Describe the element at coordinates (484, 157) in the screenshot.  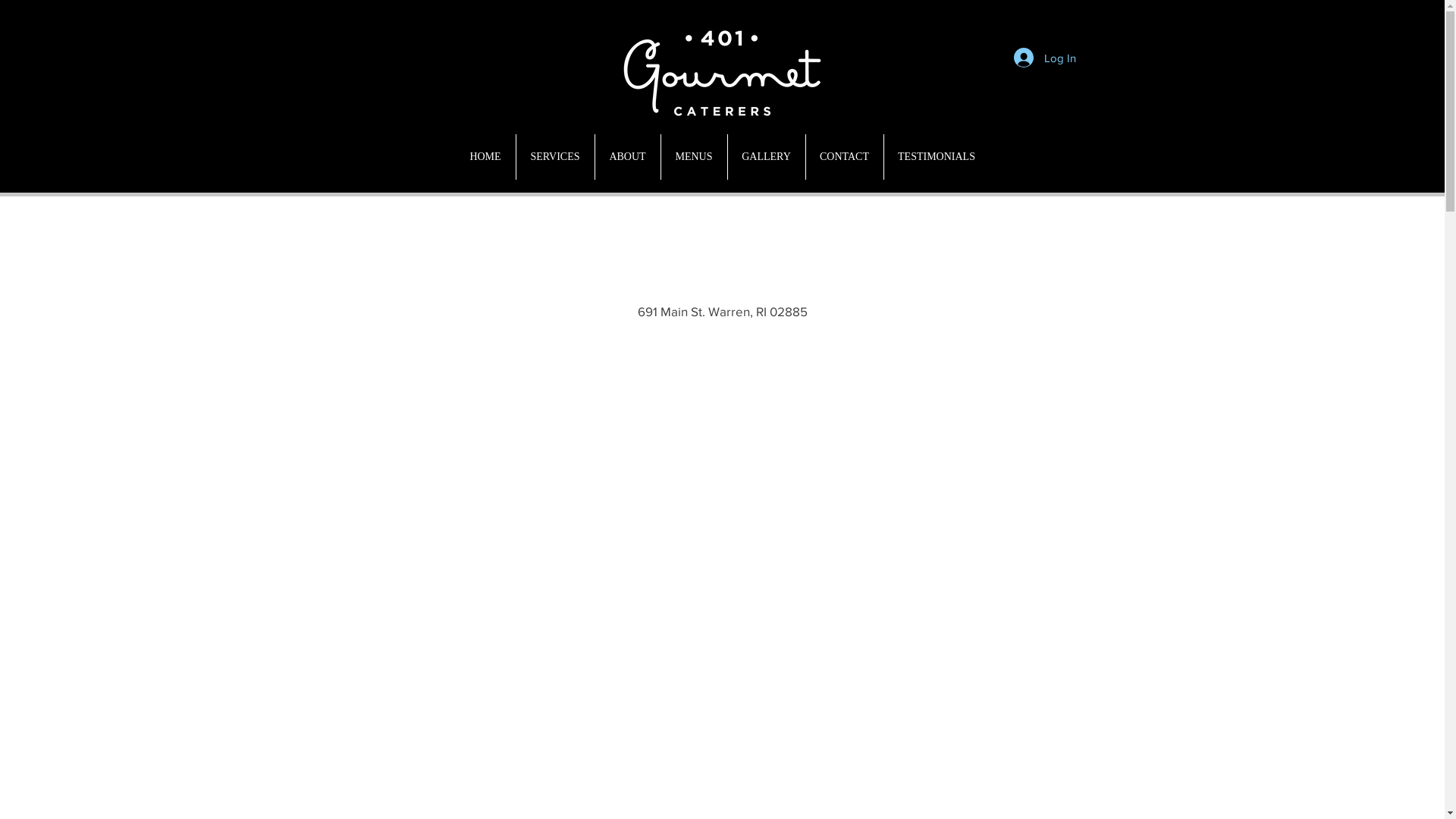
I see `'HOME'` at that location.